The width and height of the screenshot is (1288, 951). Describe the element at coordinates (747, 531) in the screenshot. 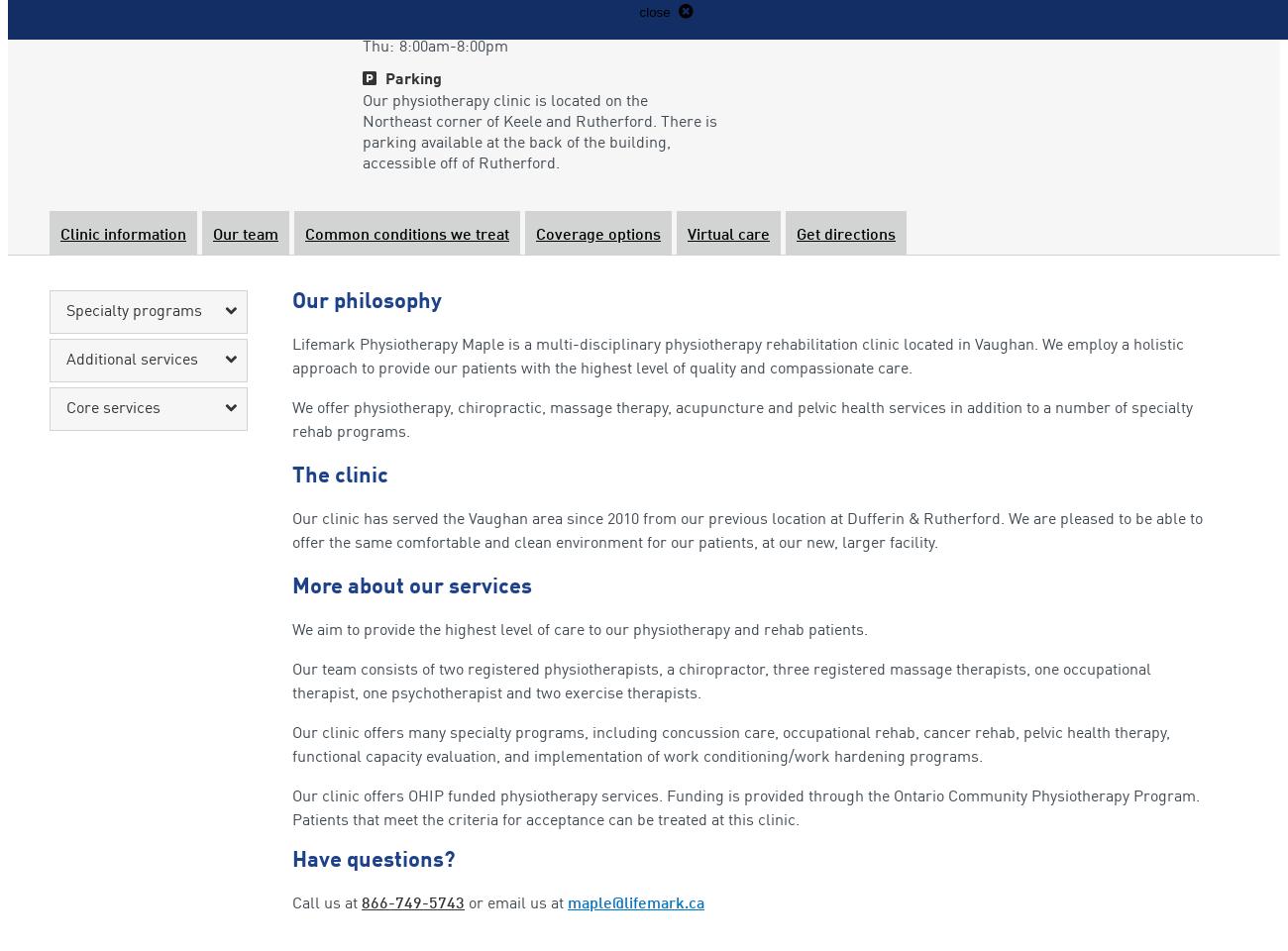

I see `'Our clinic has served the Vaughan area since 2010 from our previous location at Dufferin & Rutherford. We are pleased to be able to offer the same comfortable and clean environment for our patients, at our new, larger facility.'` at that location.